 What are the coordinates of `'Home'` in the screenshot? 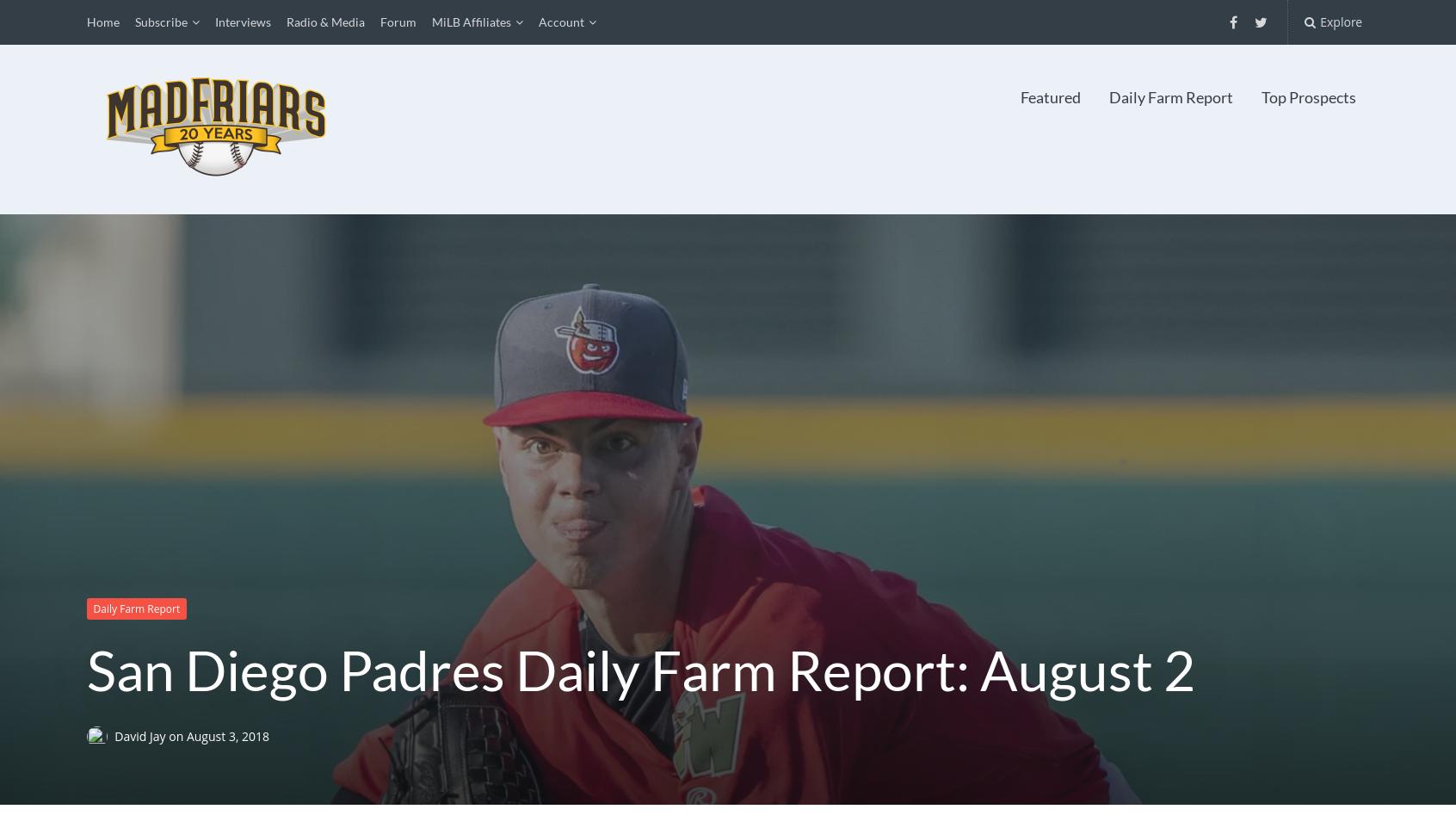 It's located at (102, 22).